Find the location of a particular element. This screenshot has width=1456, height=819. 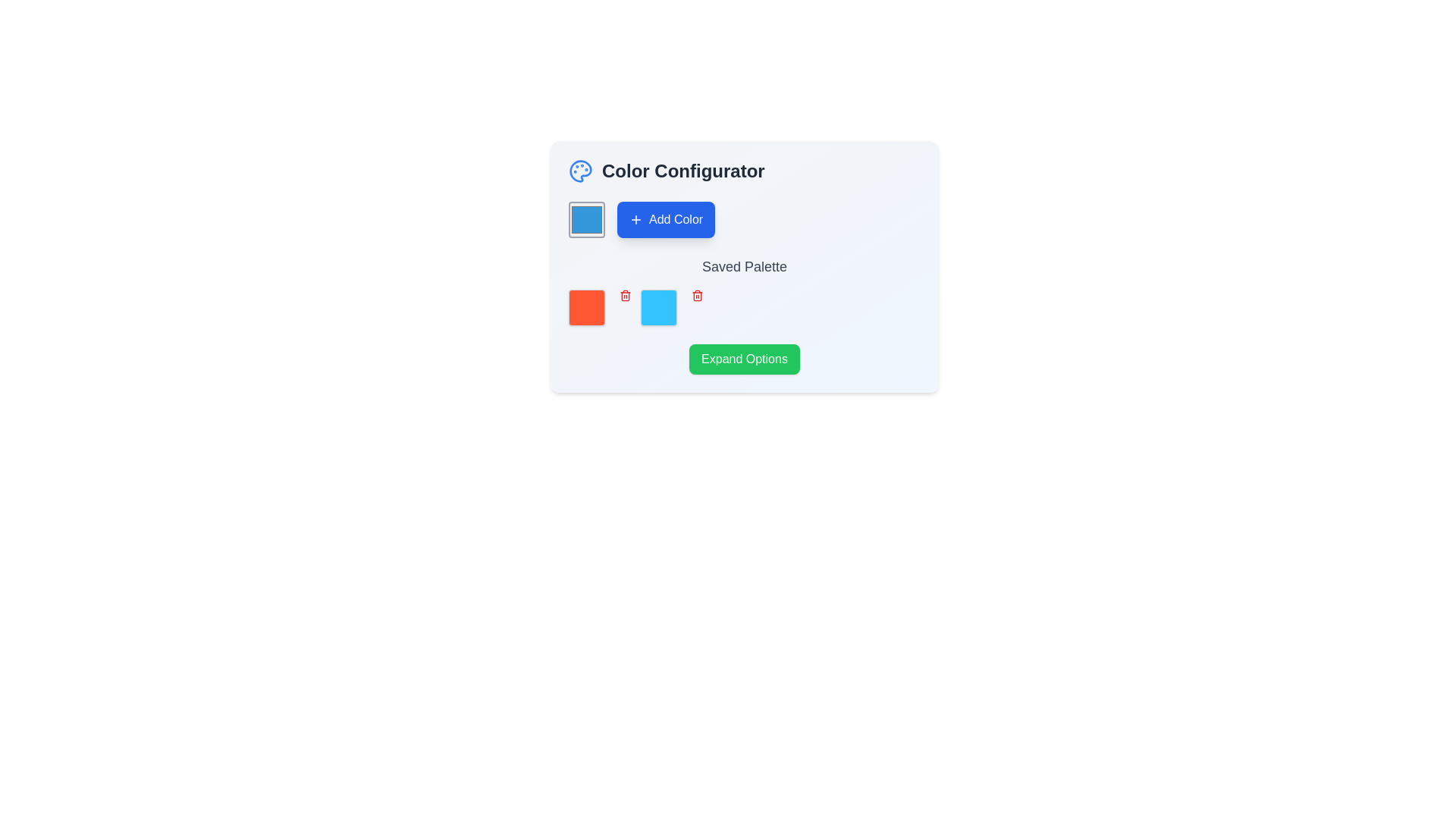

the color configuration icon located to the left of the 'Color Configurator' text is located at coordinates (580, 171).